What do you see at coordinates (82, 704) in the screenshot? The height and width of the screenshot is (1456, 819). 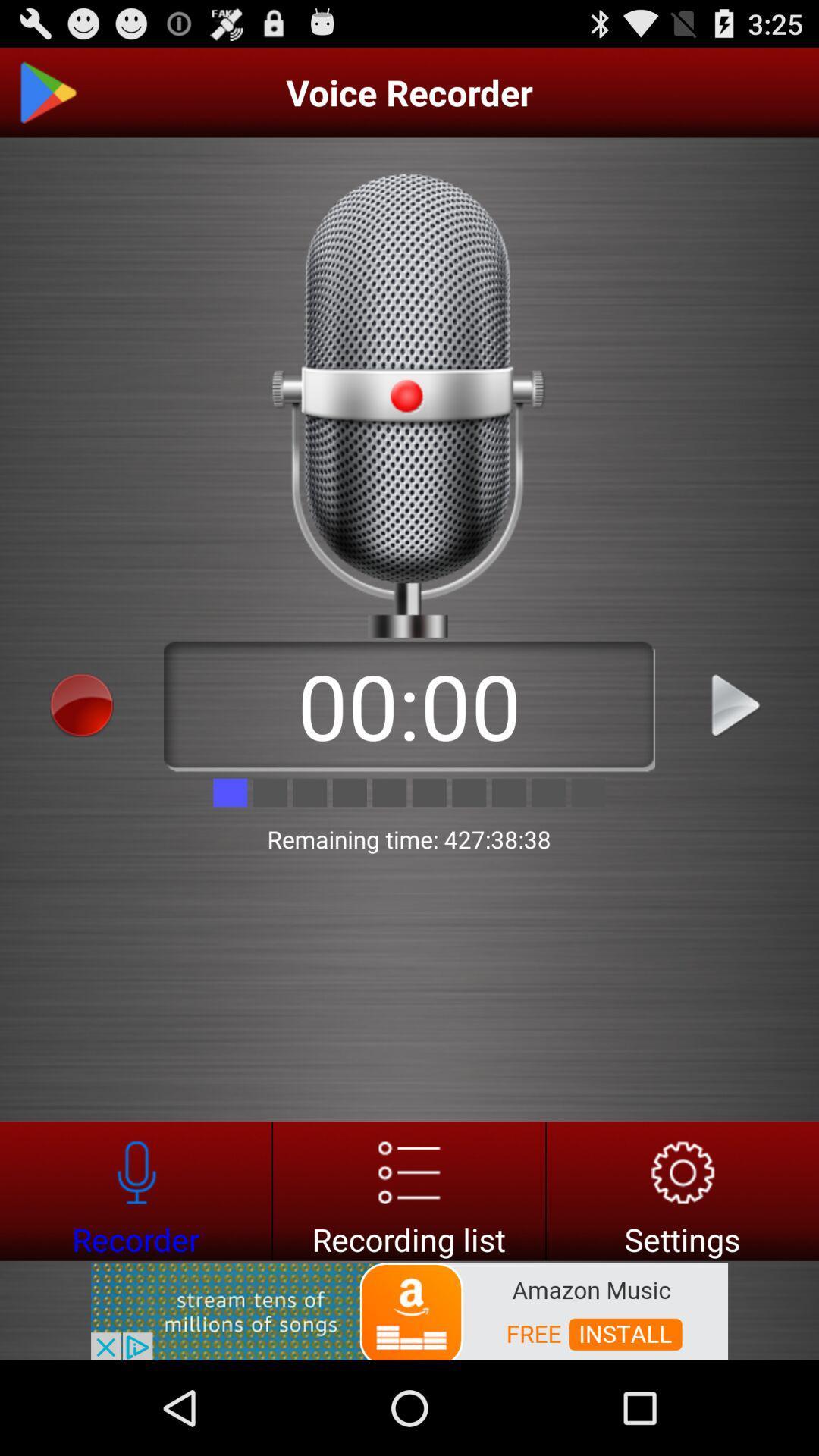 I see `apps` at bounding box center [82, 704].